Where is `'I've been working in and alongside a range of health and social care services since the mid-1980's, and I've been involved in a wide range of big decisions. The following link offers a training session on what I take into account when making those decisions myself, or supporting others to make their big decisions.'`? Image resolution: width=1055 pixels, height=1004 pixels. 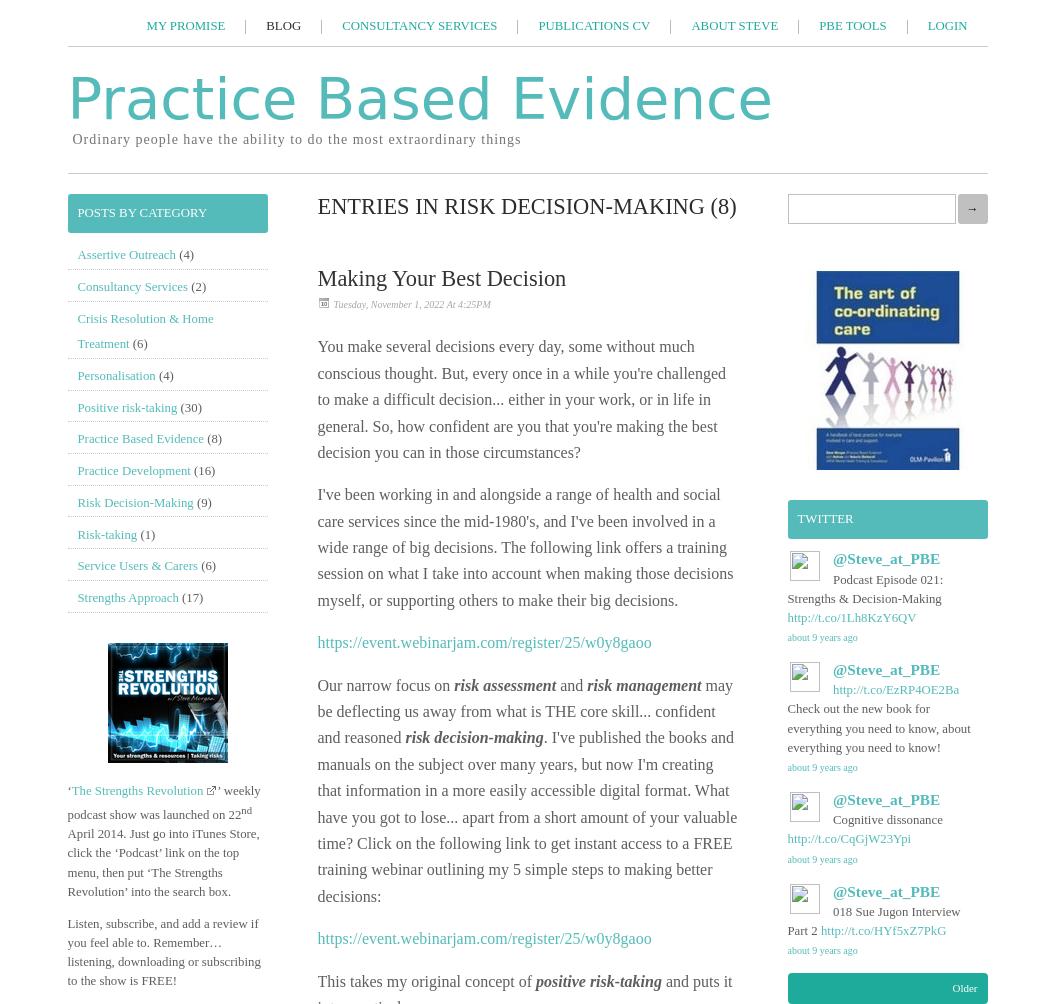 'I've been working in and alongside a range of health and social care services since the mid-1980's, and I've been involved in a wide range of big decisions. The following link offers a training session on what I take into account when making those decisions myself, or supporting others to make their big decisions.' is located at coordinates (524, 546).